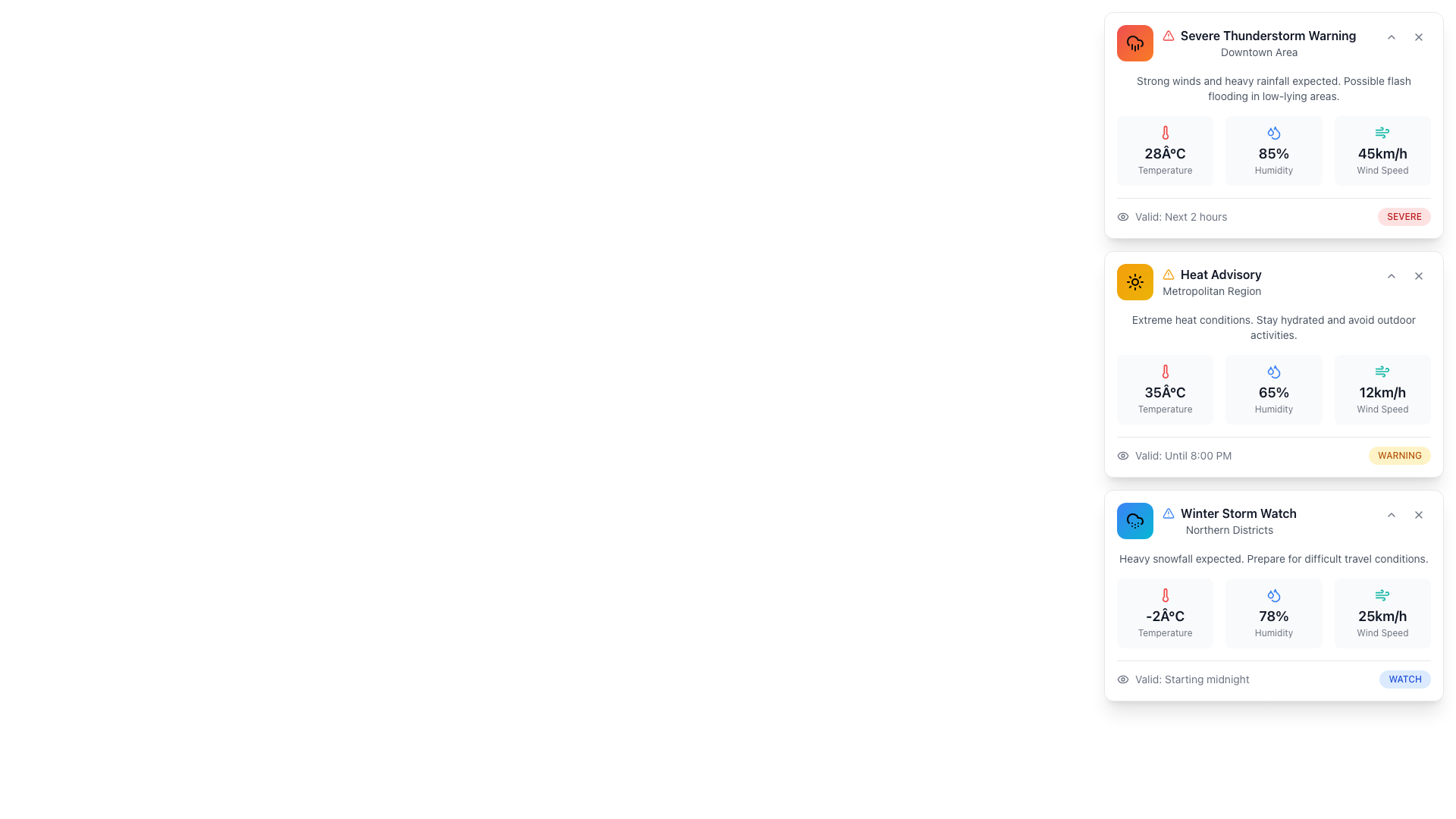  What do you see at coordinates (1211, 275) in the screenshot?
I see `the 'Heat Advisory' title element with the amber triangular warning icon, which is the first item in the weather advisory block` at bounding box center [1211, 275].